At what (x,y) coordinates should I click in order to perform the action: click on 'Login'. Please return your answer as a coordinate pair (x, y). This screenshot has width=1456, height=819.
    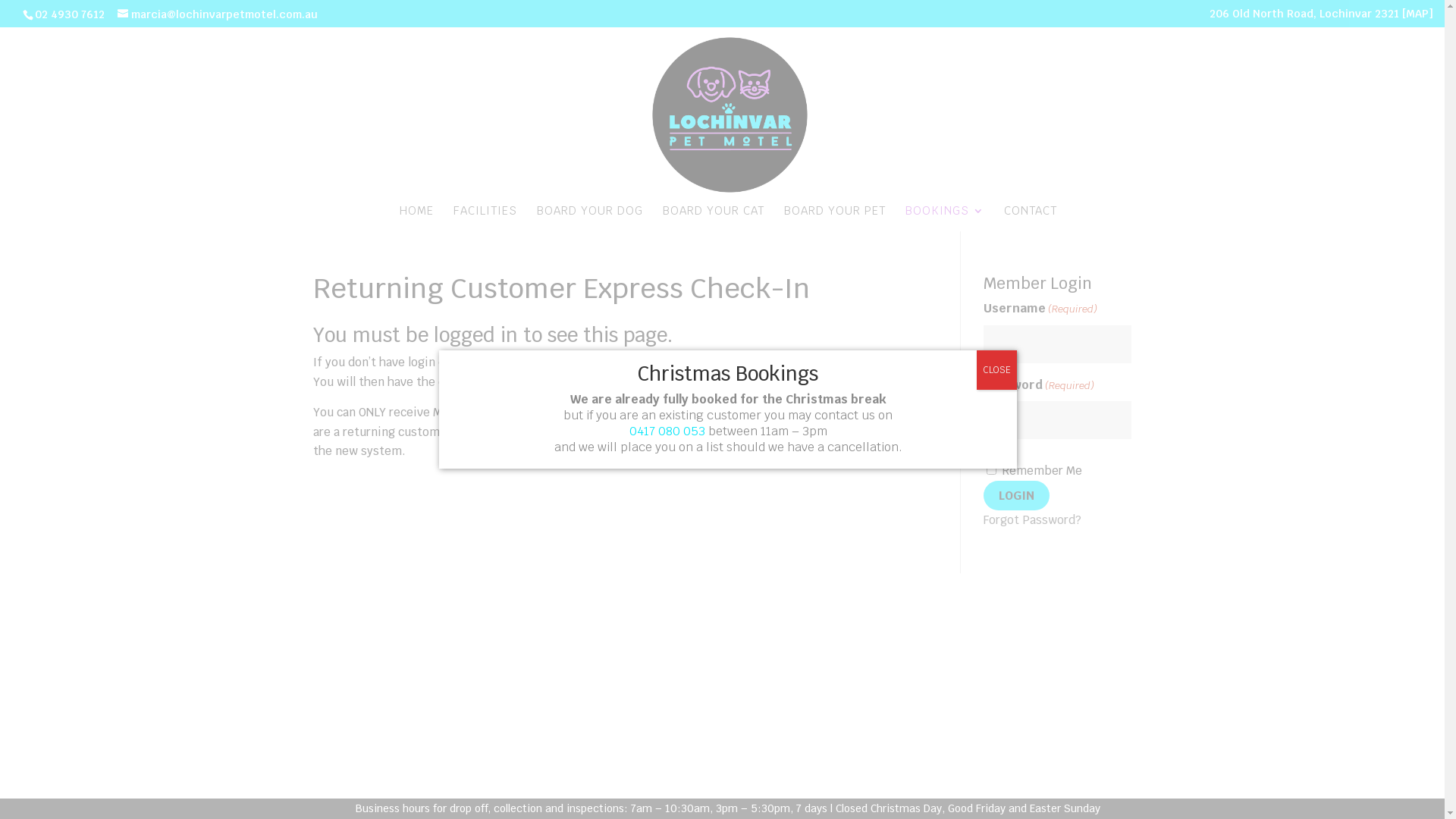
    Looking at the image, I should click on (1016, 495).